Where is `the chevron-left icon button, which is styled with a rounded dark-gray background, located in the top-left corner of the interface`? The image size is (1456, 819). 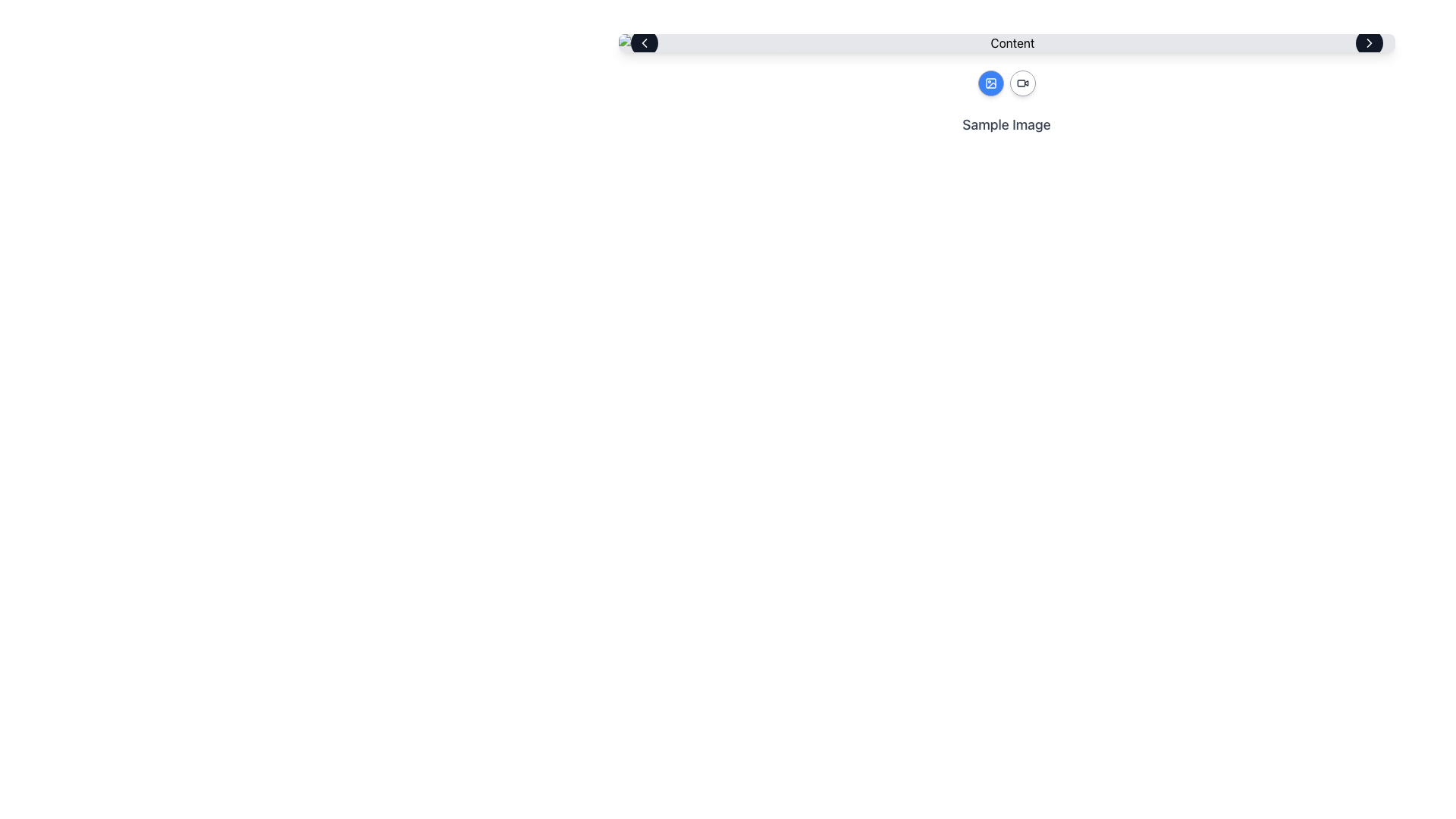 the chevron-left icon button, which is styled with a rounded dark-gray background, located in the top-left corner of the interface is located at coordinates (644, 42).